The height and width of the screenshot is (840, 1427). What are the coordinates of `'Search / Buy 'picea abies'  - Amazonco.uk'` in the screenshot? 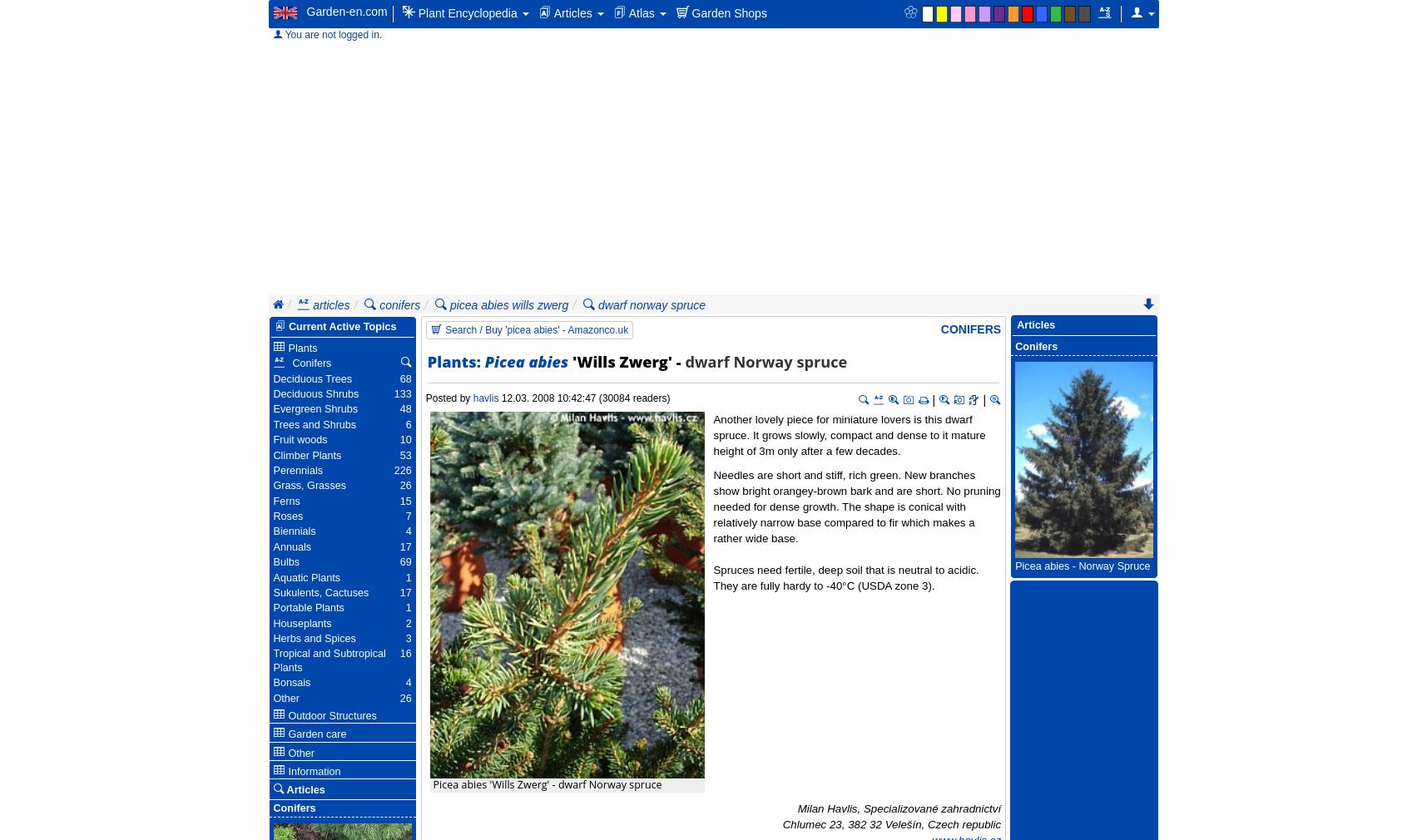 It's located at (534, 330).